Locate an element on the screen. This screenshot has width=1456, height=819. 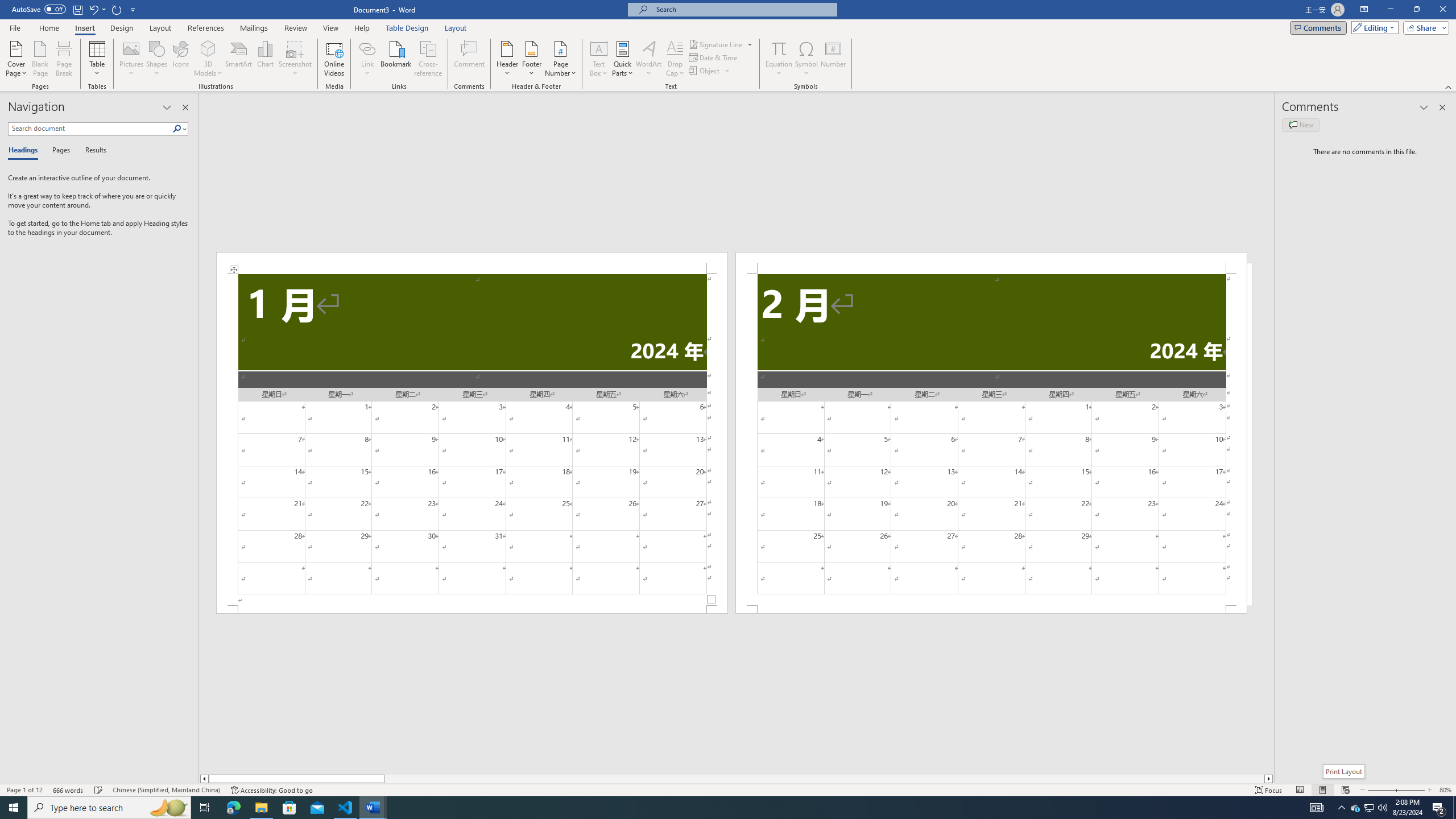
'Shapes' is located at coordinates (157, 59).